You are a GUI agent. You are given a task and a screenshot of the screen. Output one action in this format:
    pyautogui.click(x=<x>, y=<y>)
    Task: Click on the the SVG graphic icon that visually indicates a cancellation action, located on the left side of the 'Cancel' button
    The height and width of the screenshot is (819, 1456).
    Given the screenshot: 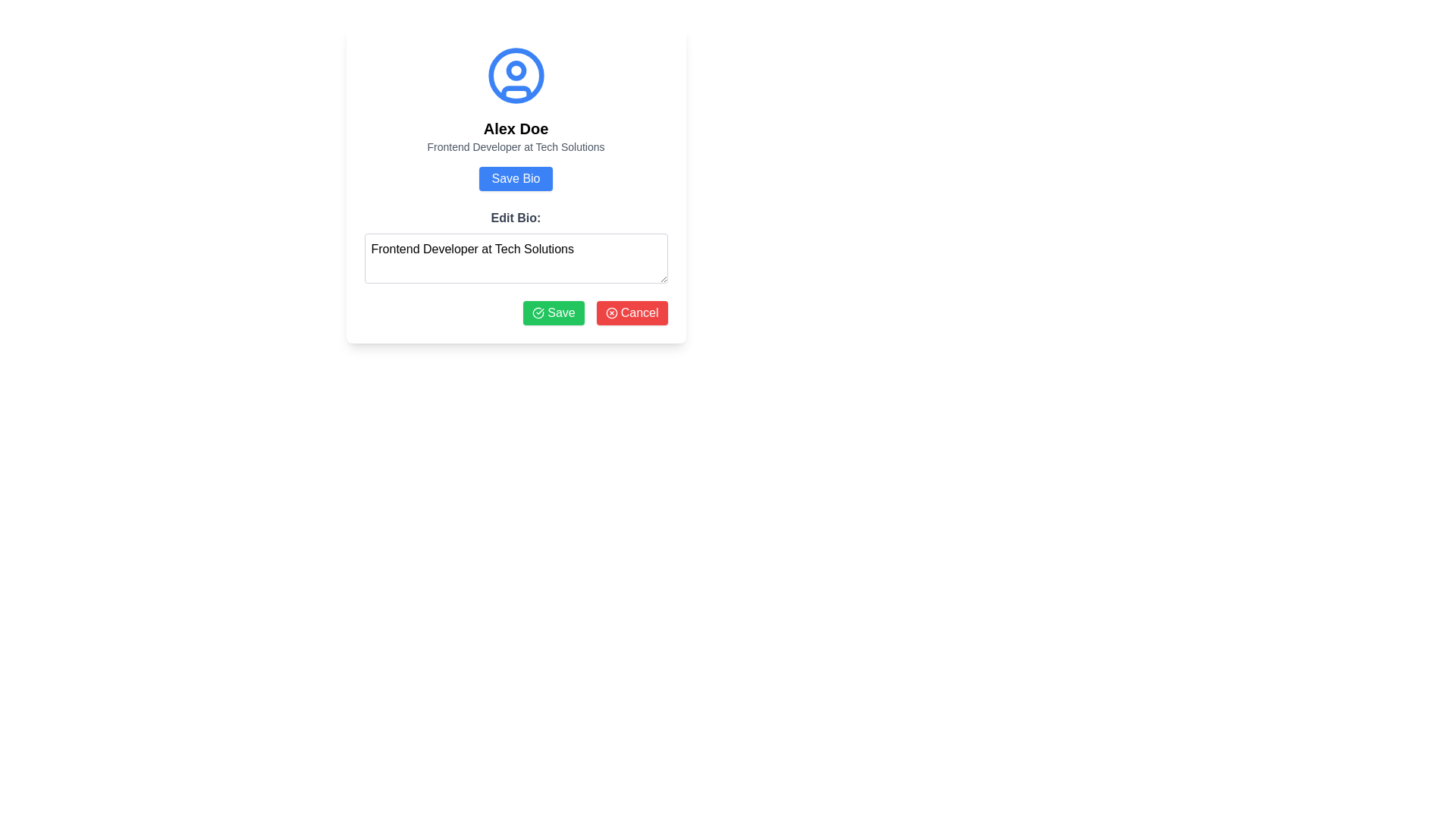 What is the action you would take?
    pyautogui.click(x=611, y=312)
    